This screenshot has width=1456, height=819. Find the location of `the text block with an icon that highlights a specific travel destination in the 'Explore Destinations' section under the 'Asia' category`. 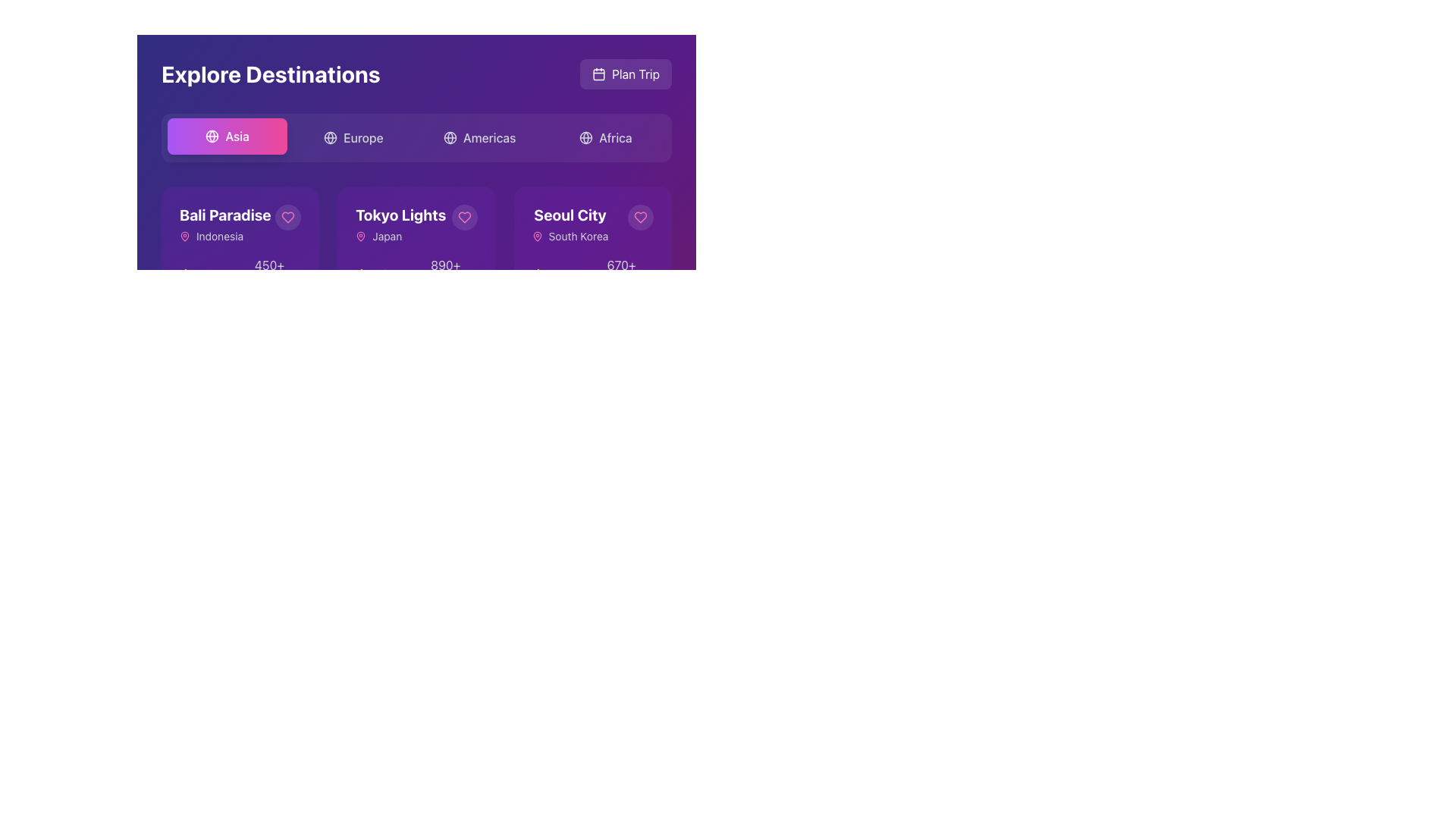

the text block with an icon that highlights a specific travel destination in the 'Explore Destinations' section under the 'Asia' category is located at coordinates (570, 224).